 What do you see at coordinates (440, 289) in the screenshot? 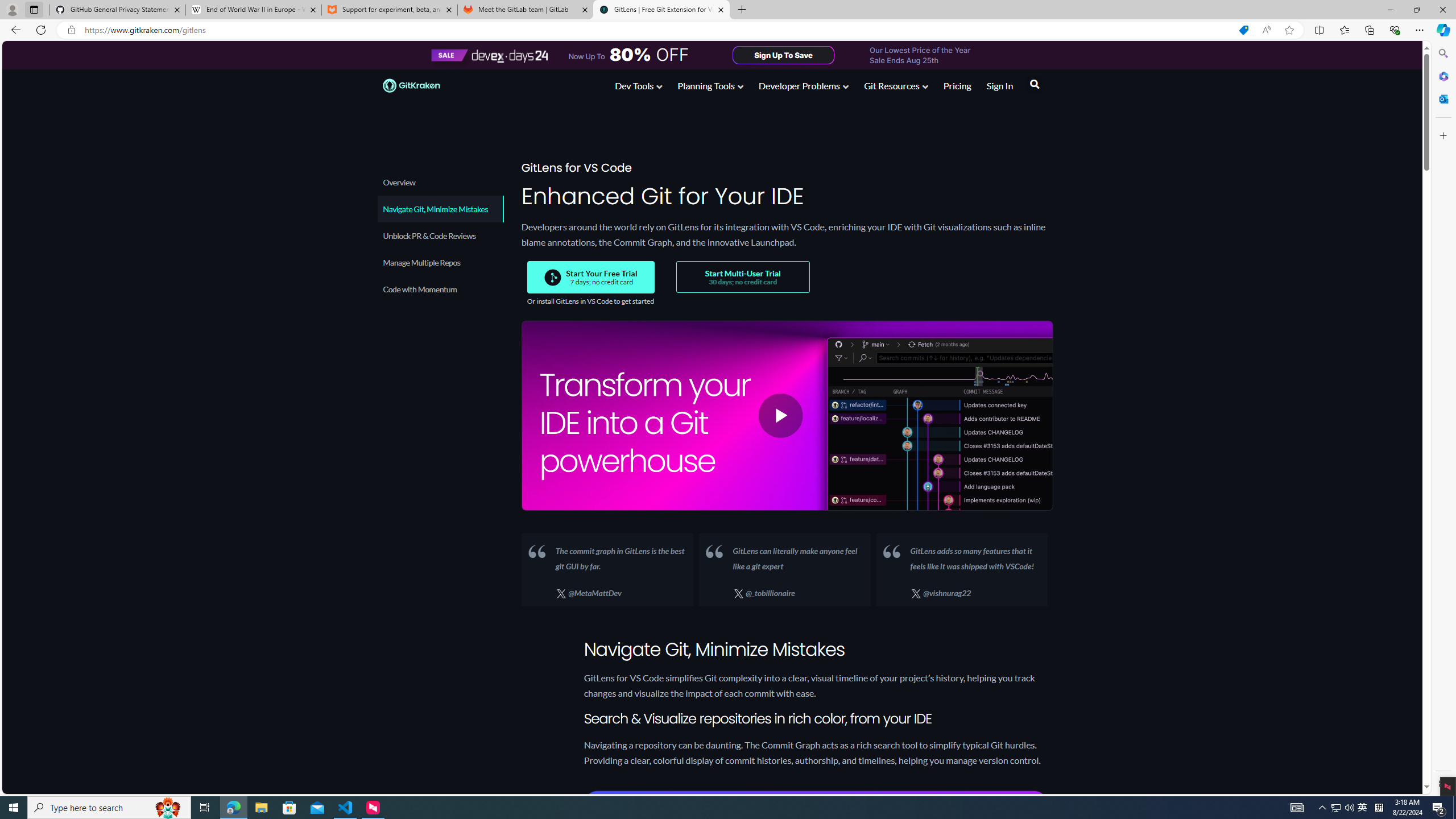
I see `'Code with Momentum'` at bounding box center [440, 289].